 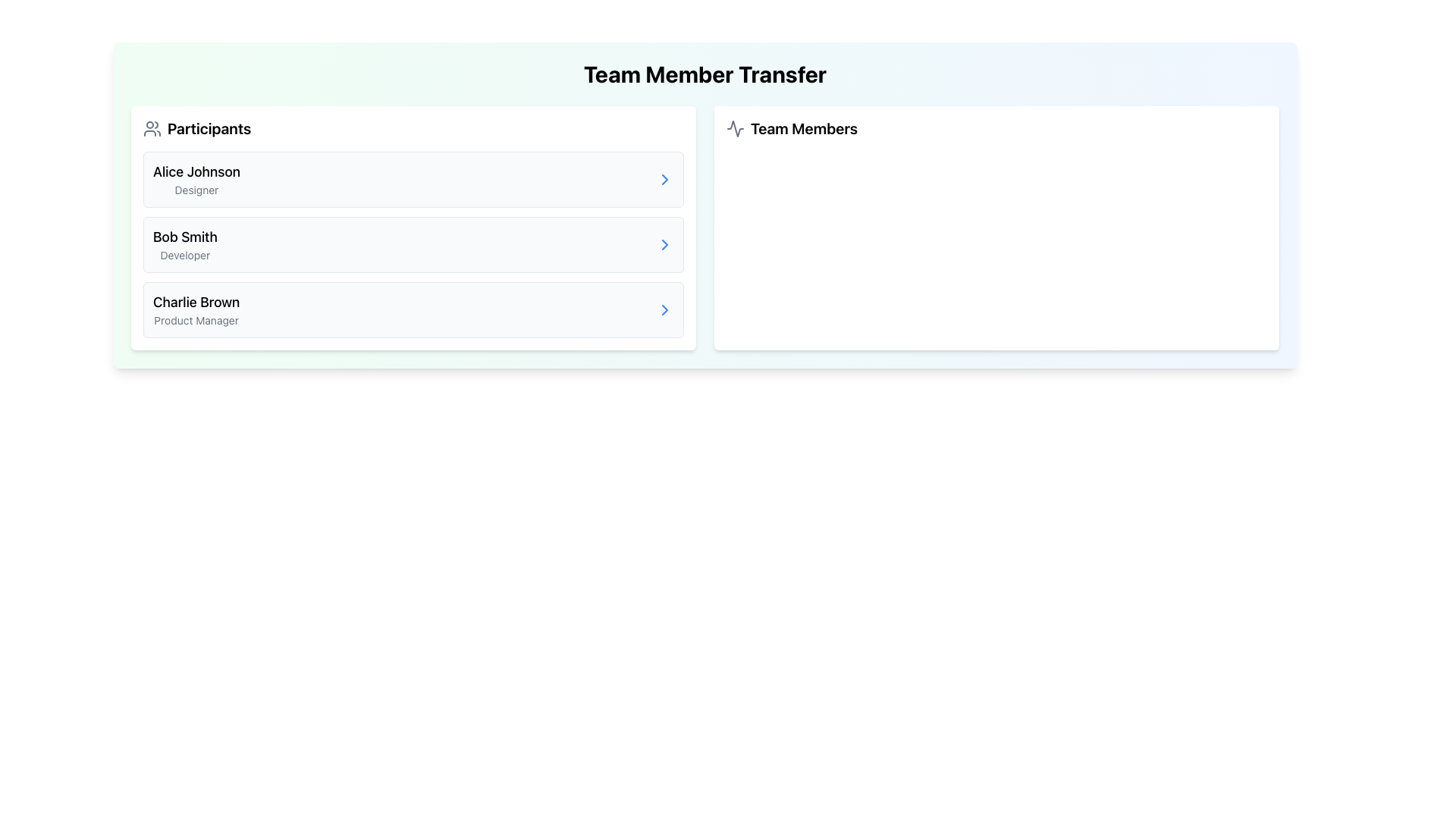 I want to click on the text label reading 'Participants' which is styled with a bold, large font size, located in the upper-left section of the interface next to a user icon, so click(x=209, y=127).